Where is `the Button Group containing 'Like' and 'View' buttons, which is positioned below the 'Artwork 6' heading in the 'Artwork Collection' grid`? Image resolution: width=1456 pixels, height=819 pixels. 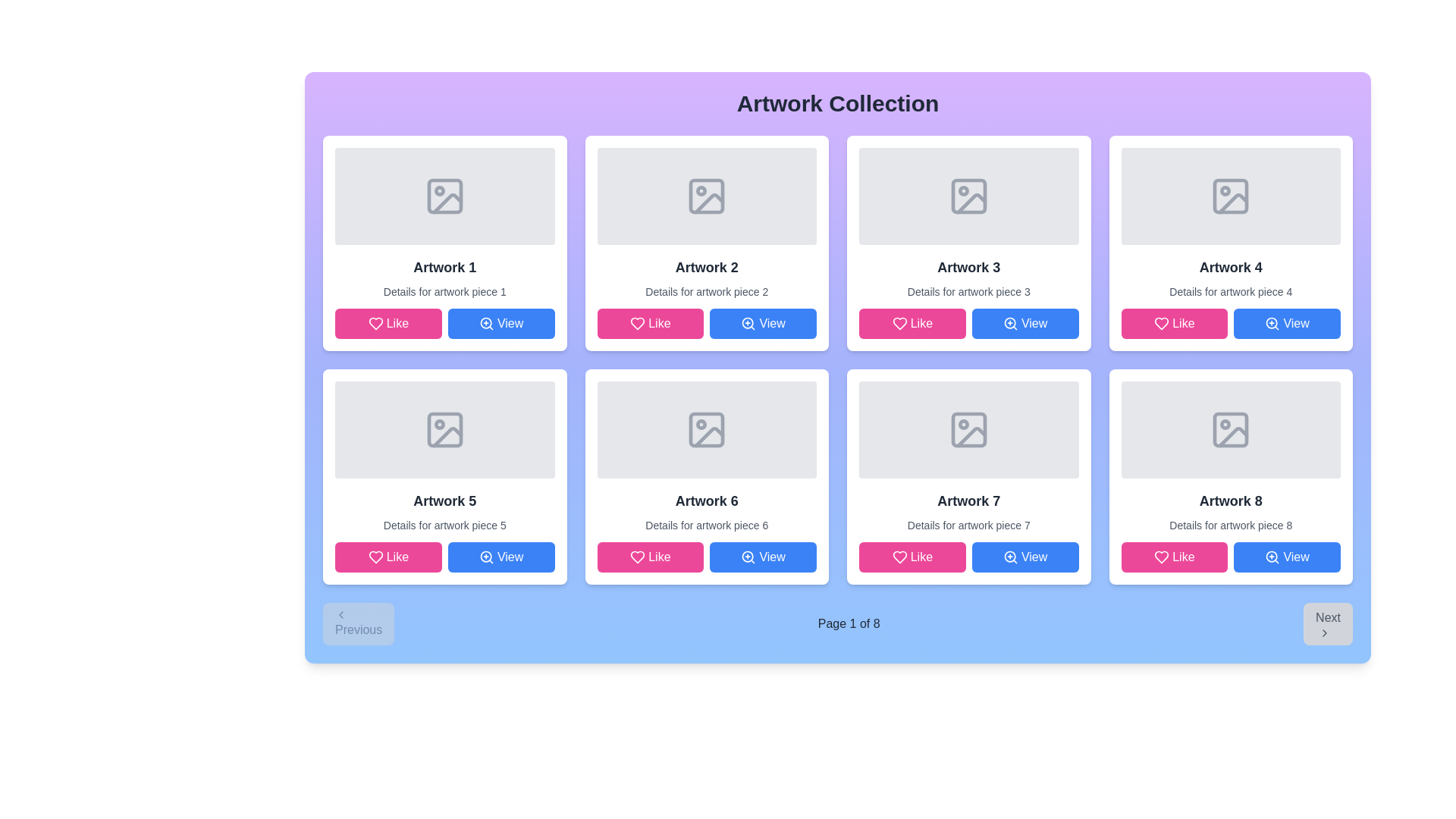 the Button Group containing 'Like' and 'View' buttons, which is positioned below the 'Artwork 6' heading in the 'Artwork Collection' grid is located at coordinates (706, 557).